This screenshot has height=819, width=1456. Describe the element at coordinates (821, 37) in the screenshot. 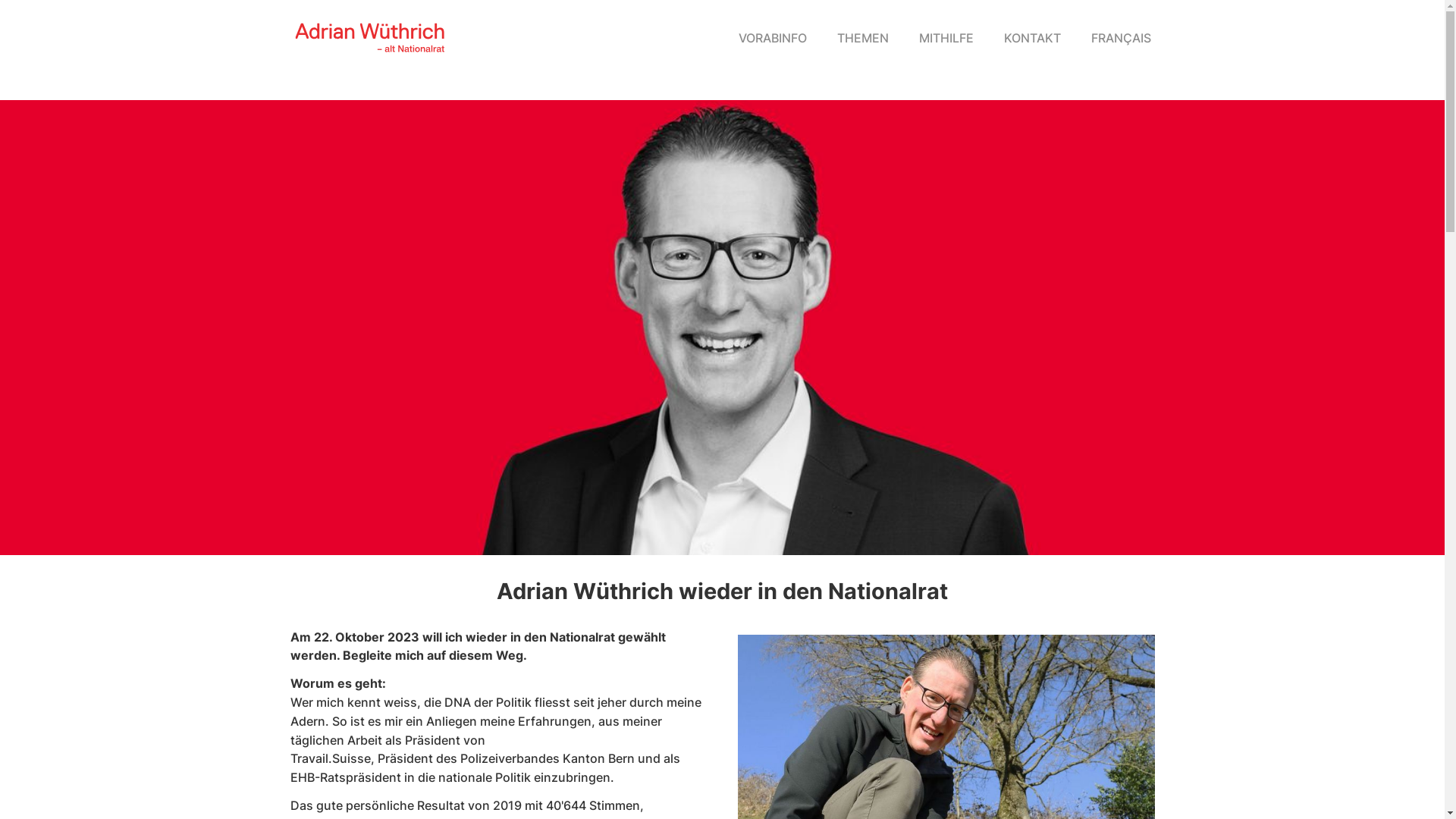

I see `'THEMEN'` at that location.